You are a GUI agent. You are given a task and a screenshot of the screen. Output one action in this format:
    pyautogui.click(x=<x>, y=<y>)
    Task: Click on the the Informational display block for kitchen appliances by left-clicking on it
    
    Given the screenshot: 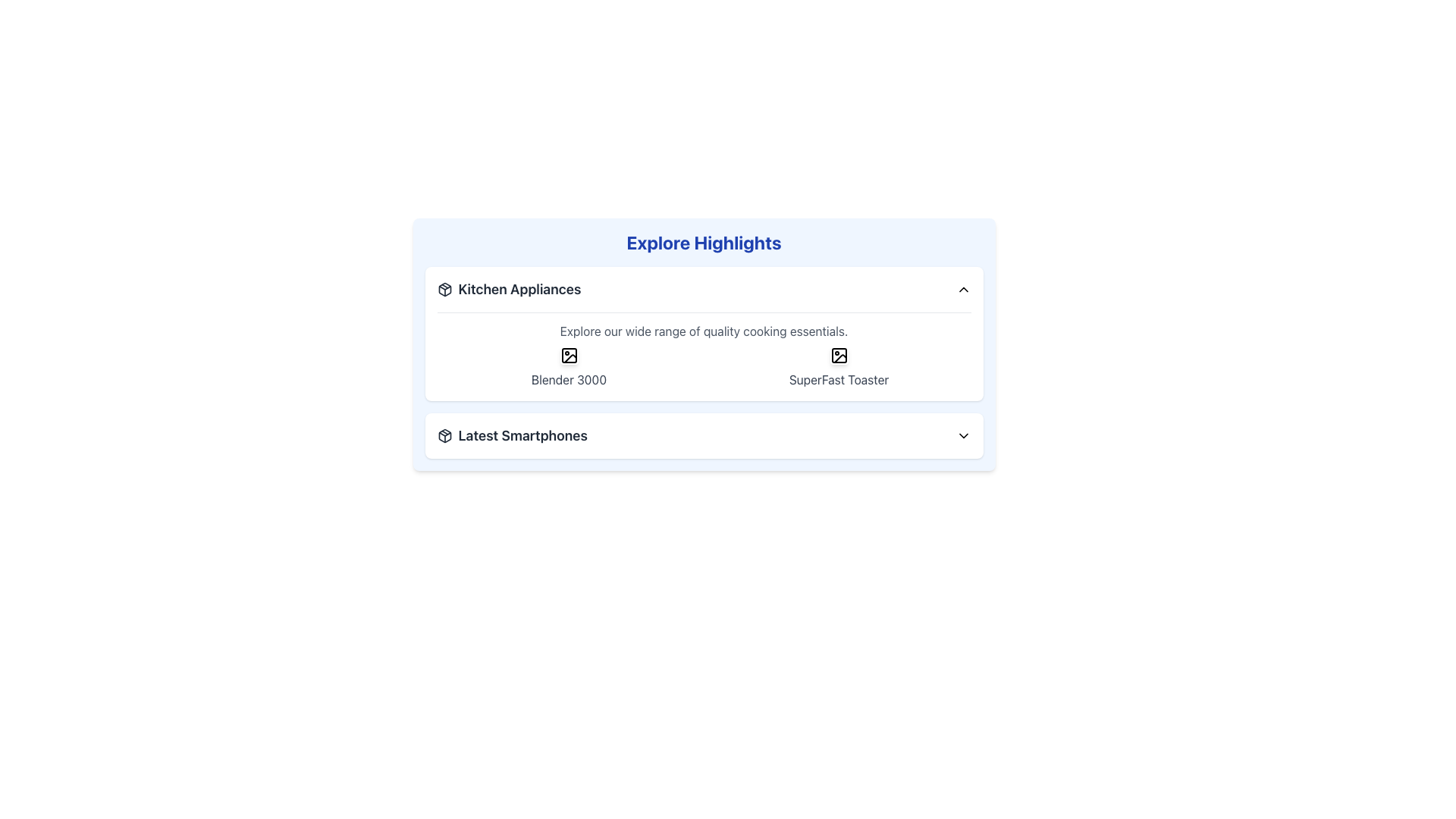 What is the action you would take?
    pyautogui.click(x=703, y=350)
    